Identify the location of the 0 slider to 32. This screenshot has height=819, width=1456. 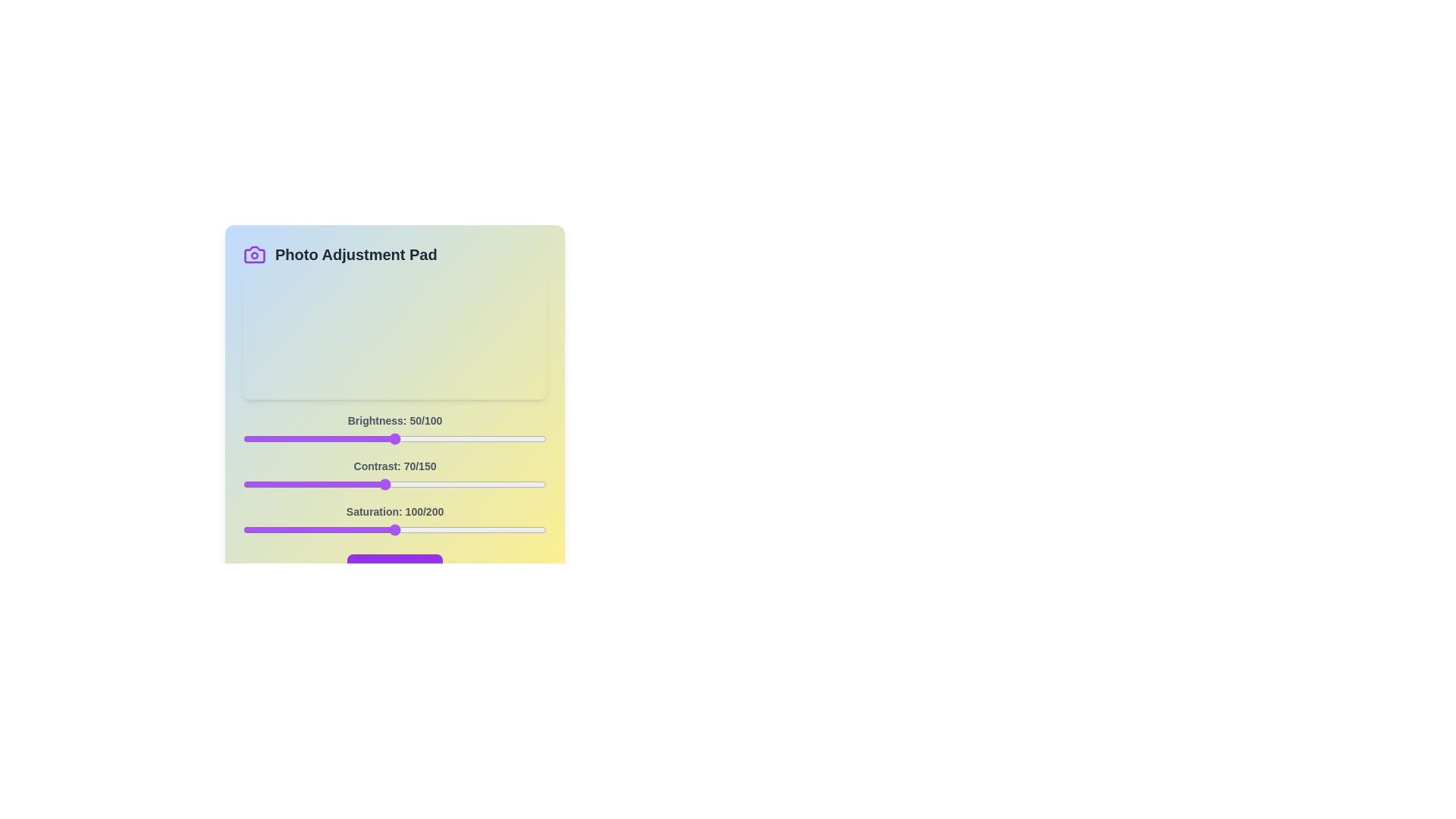
(340, 438).